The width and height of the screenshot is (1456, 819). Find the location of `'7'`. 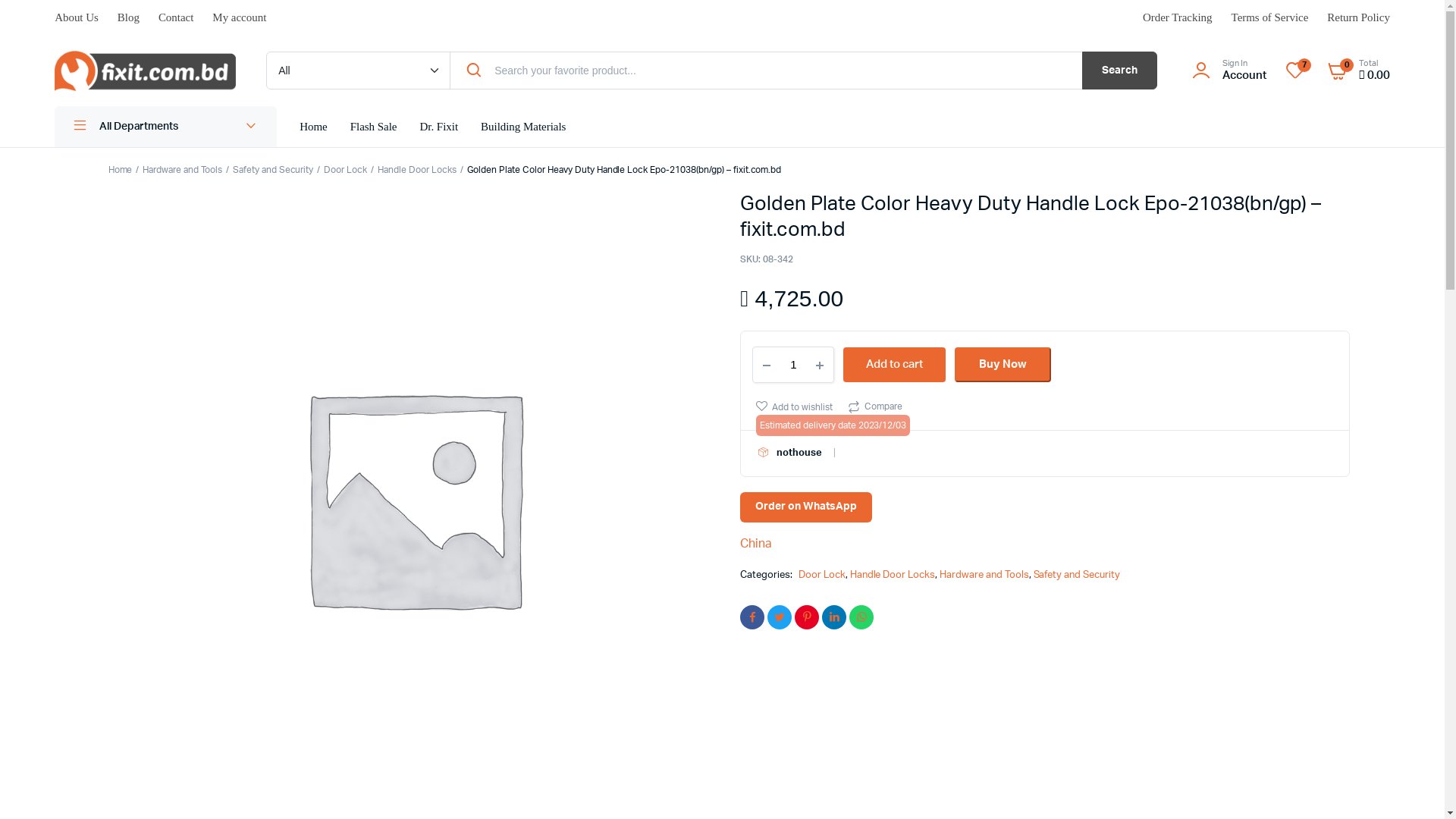

'7' is located at coordinates (1294, 70).